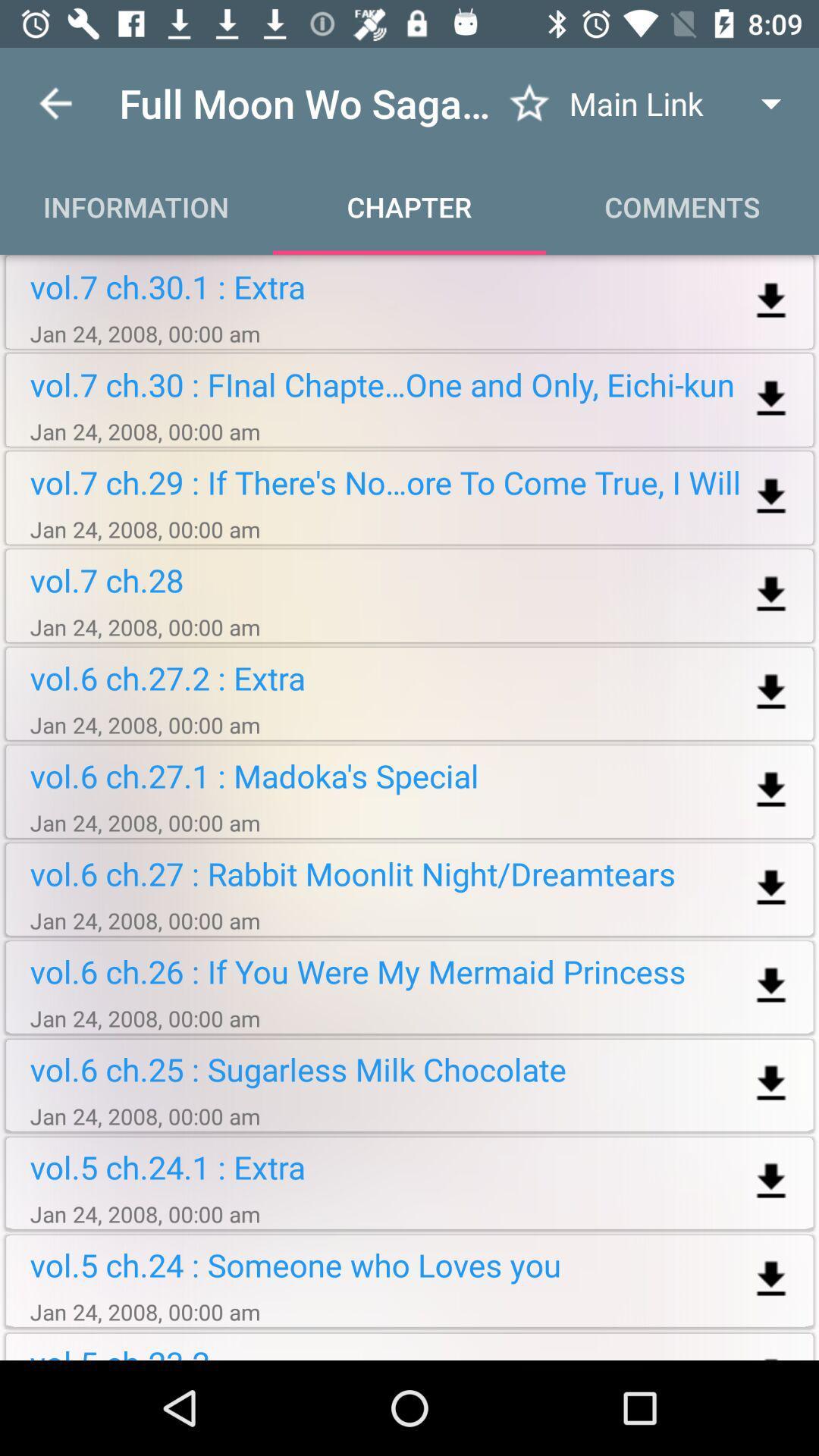 Image resolution: width=819 pixels, height=1456 pixels. Describe the element at coordinates (771, 1279) in the screenshot. I see `download chapter` at that location.